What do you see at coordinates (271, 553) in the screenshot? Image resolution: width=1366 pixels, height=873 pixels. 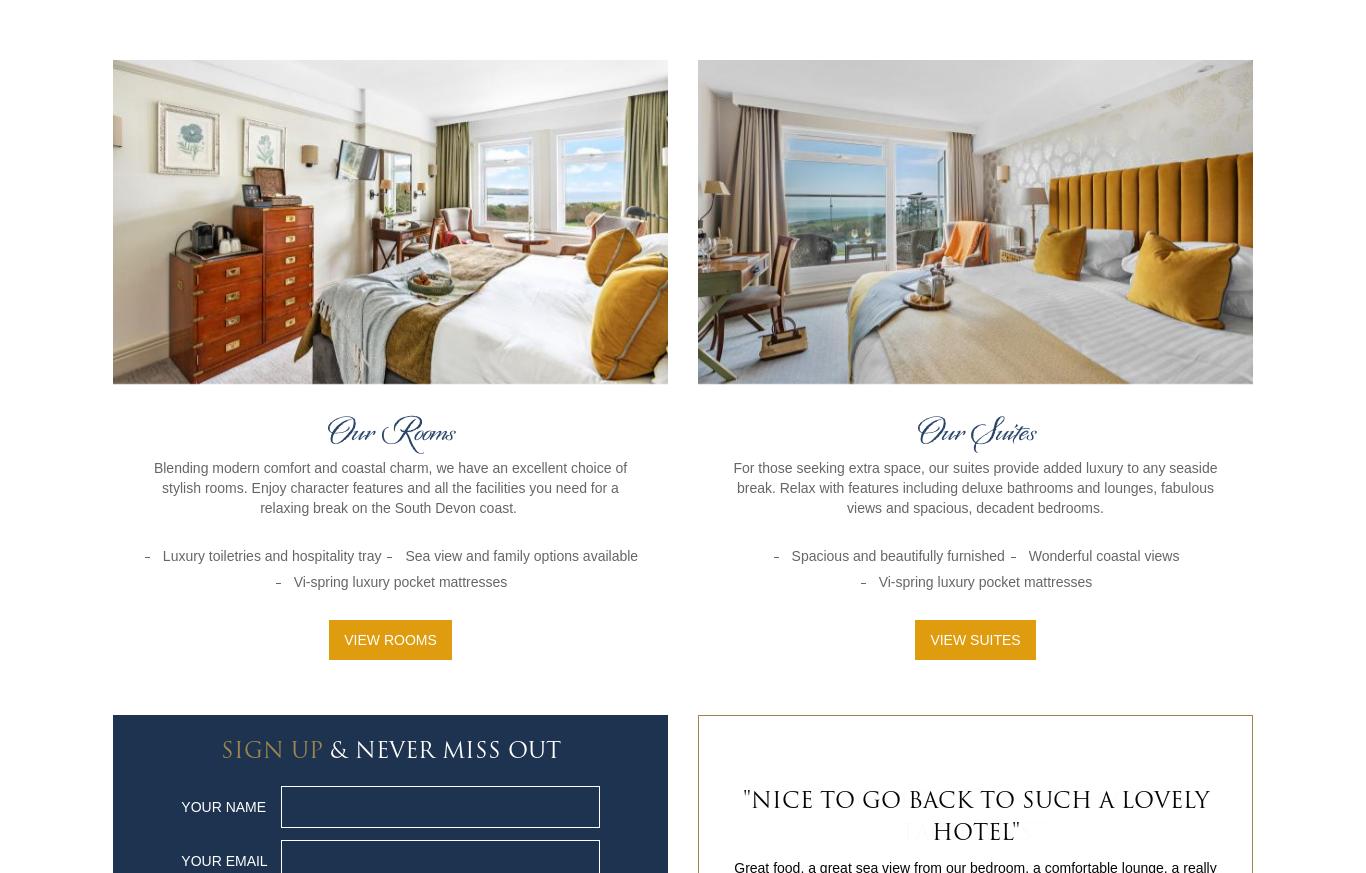 I see `'Luxury toiletries and hospitality tray'` at bounding box center [271, 553].